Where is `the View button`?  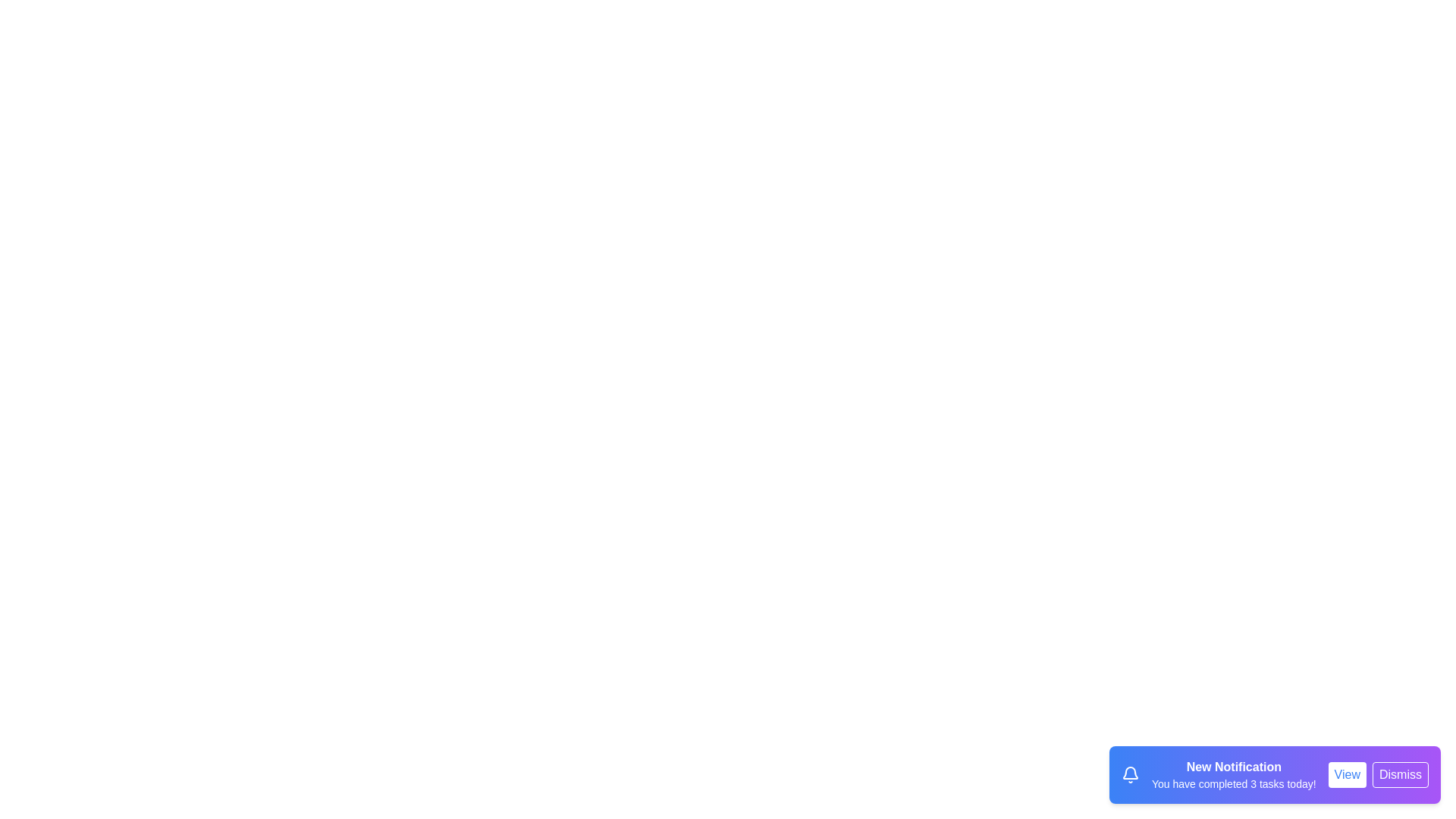 the View button is located at coordinates (1347, 775).